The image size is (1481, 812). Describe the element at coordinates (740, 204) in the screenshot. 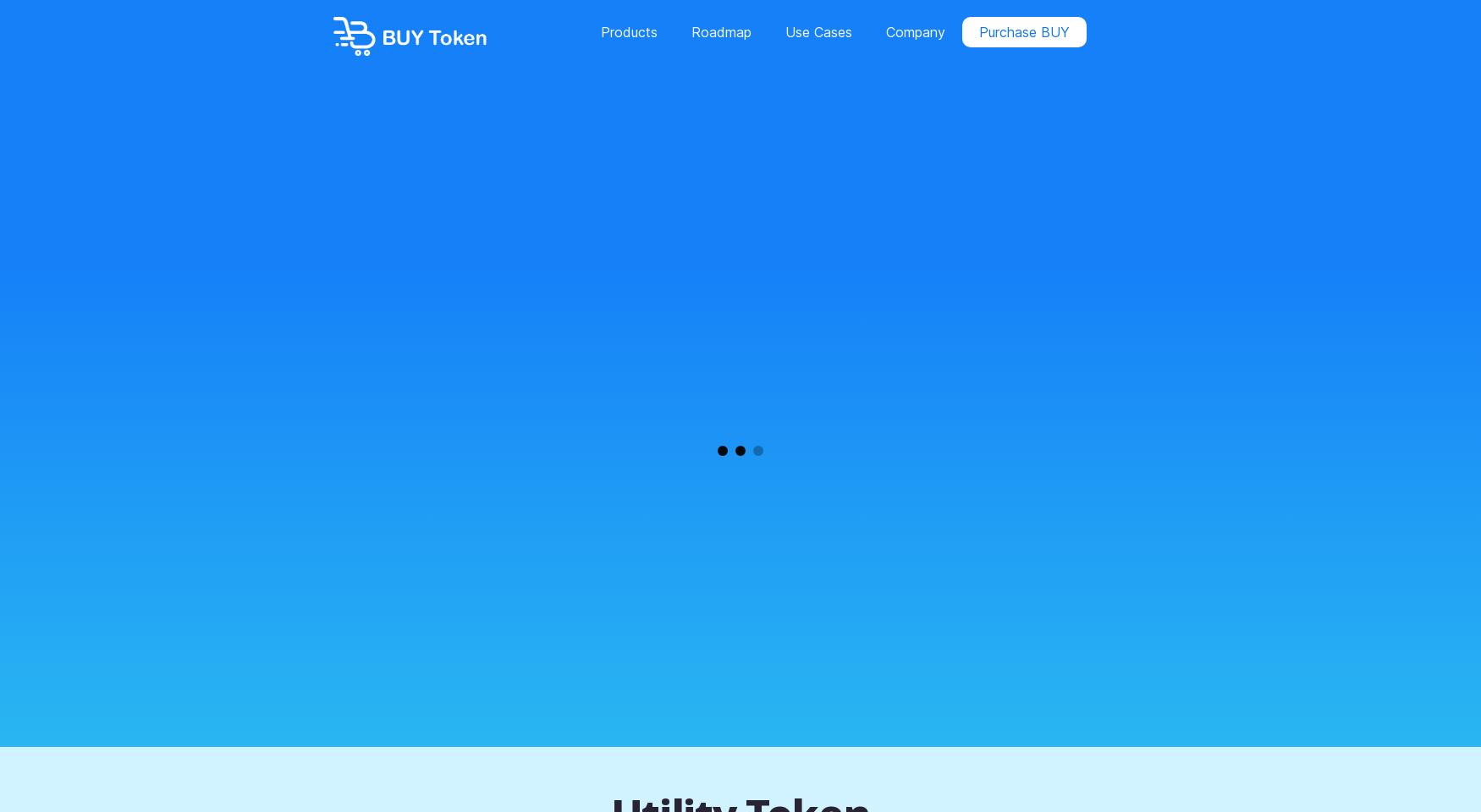

I see `'Dropshipper'` at that location.